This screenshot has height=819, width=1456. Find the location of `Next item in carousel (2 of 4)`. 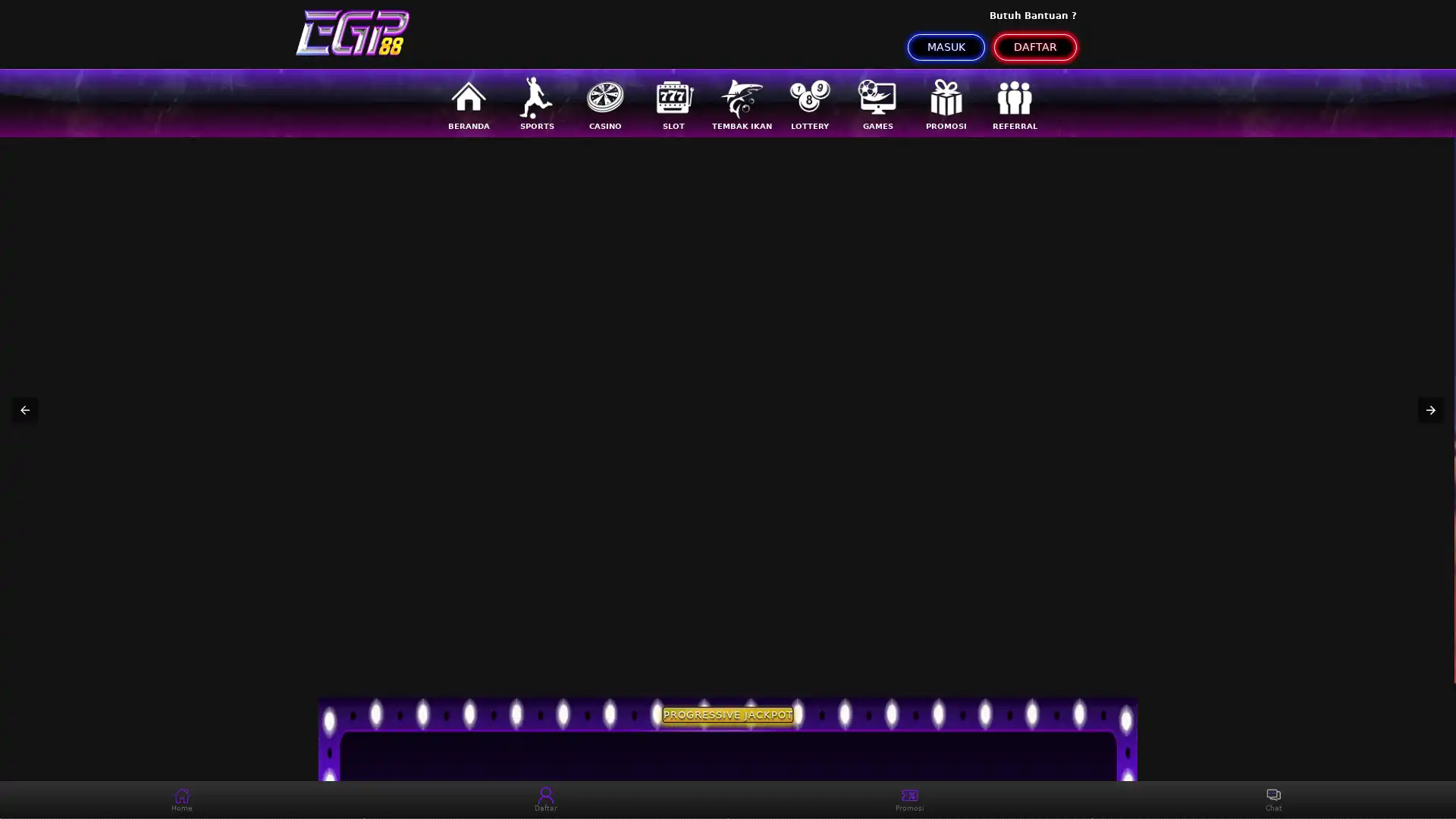

Next item in carousel (2 of 4) is located at coordinates (1429, 409).